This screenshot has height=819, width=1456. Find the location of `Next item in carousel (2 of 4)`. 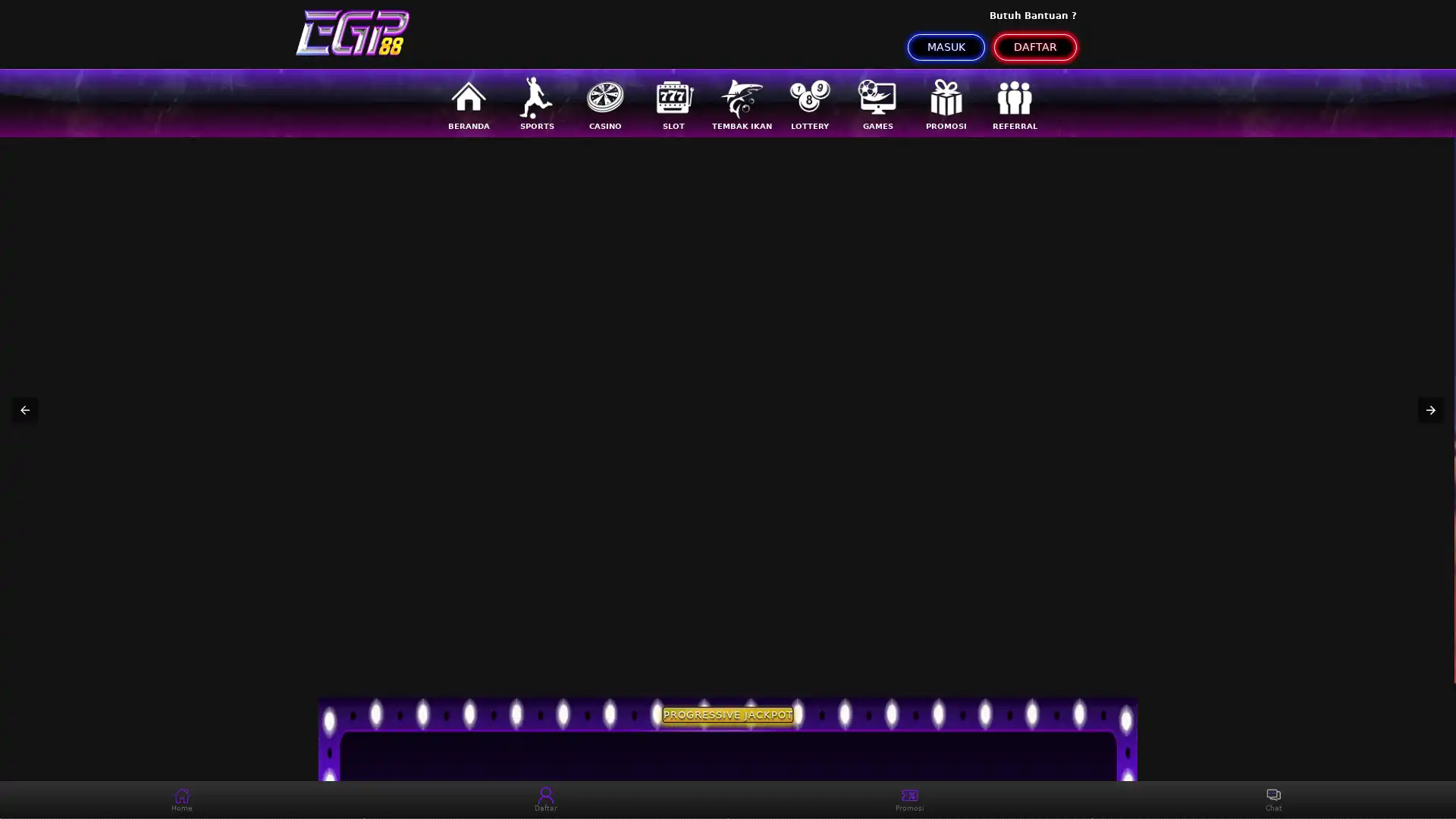

Next item in carousel (2 of 4) is located at coordinates (1429, 409).